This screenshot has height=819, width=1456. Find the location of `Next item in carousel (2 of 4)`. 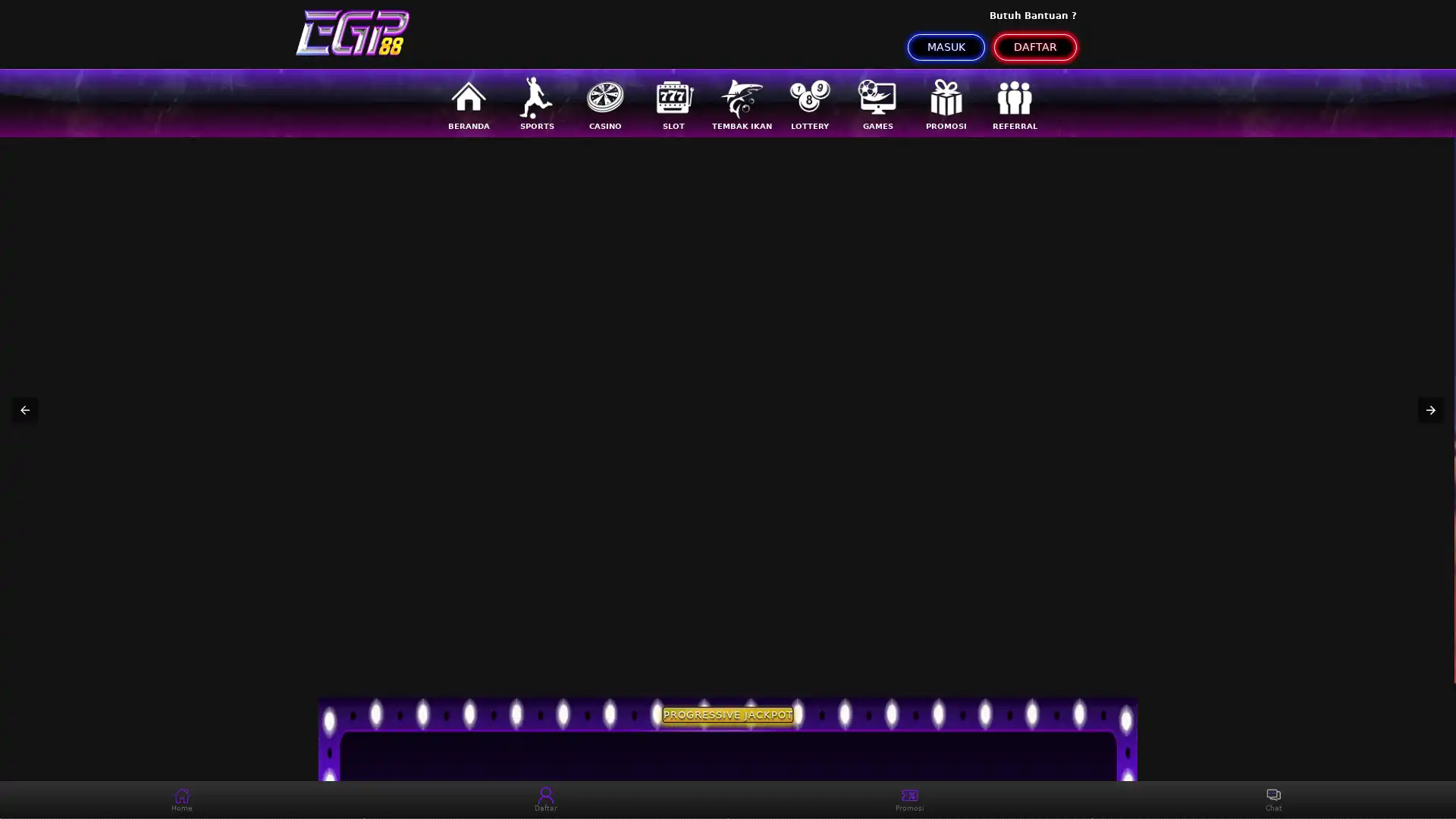

Next item in carousel (2 of 4) is located at coordinates (1429, 409).